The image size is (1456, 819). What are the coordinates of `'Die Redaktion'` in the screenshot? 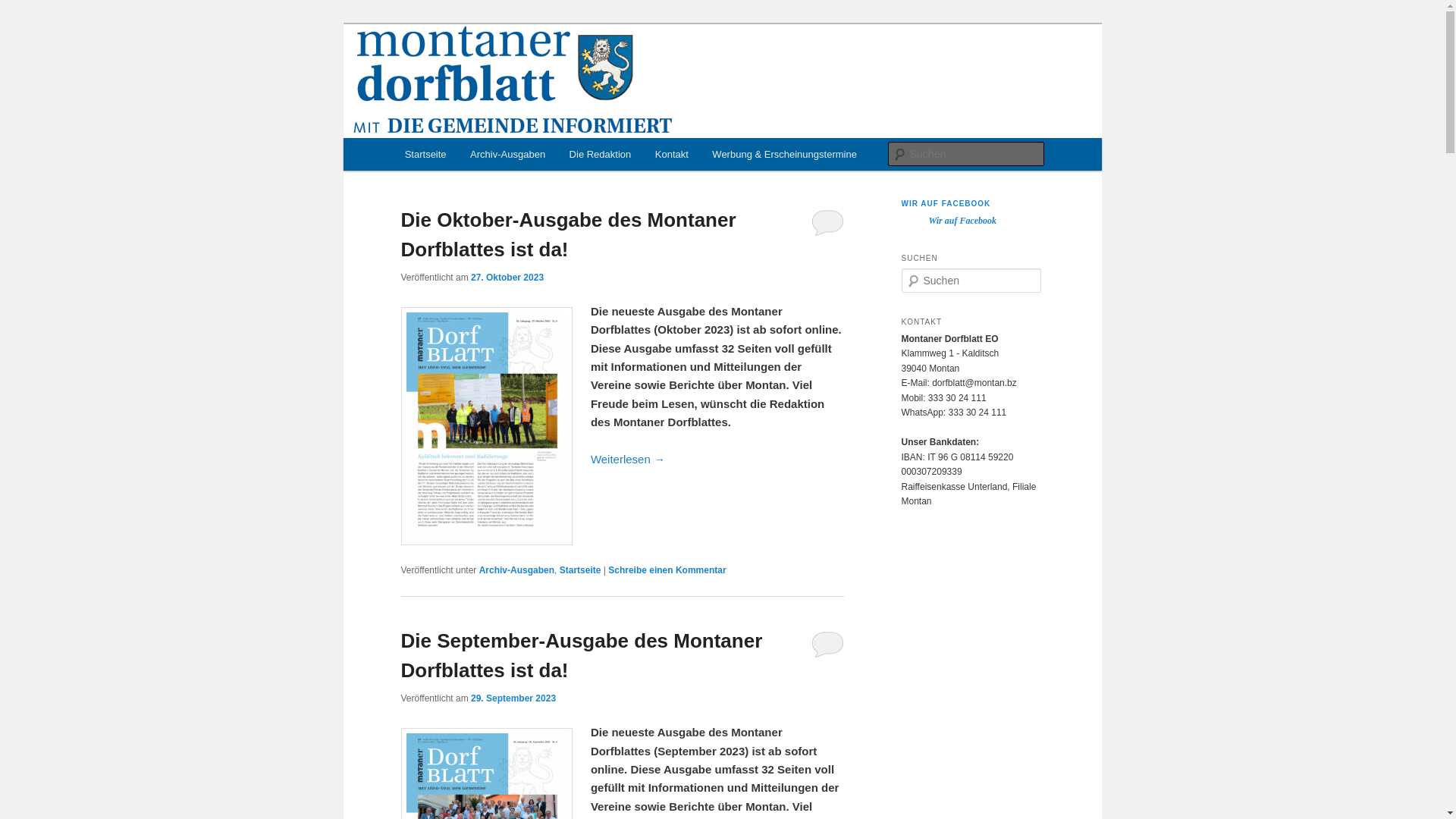 It's located at (556, 154).